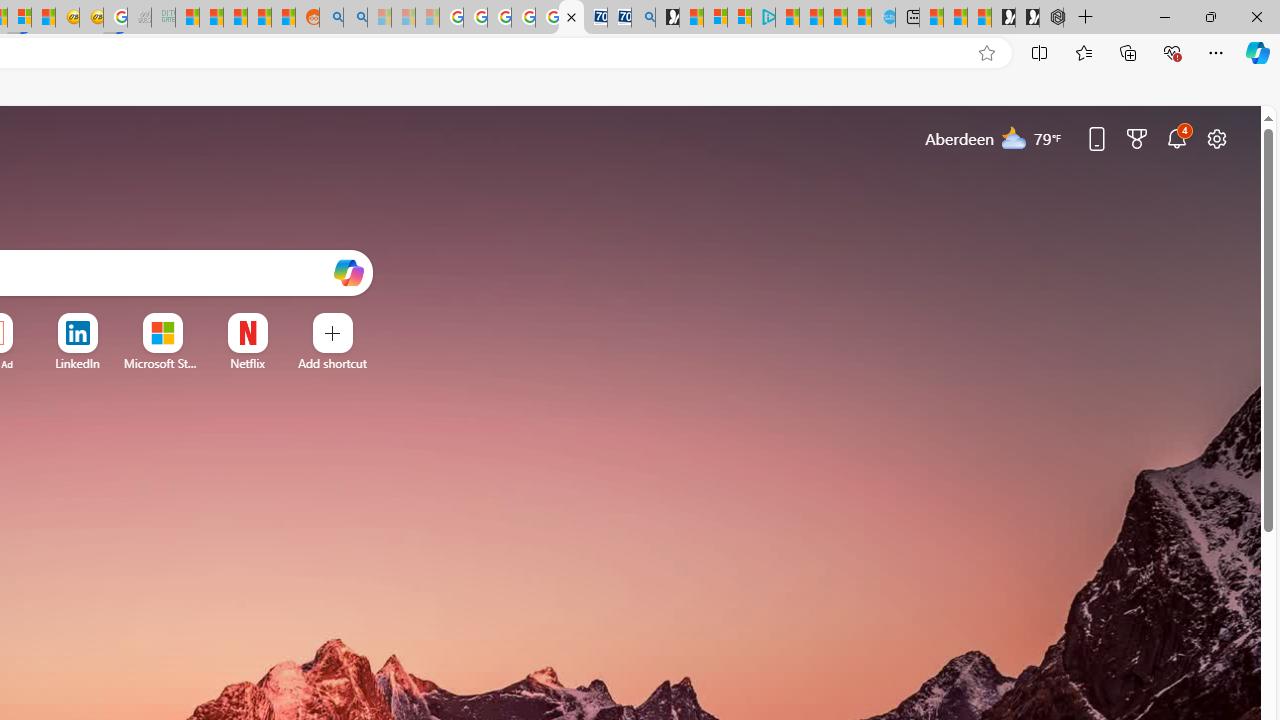  What do you see at coordinates (138, 17) in the screenshot?
I see `'Navy Quest'` at bounding box center [138, 17].